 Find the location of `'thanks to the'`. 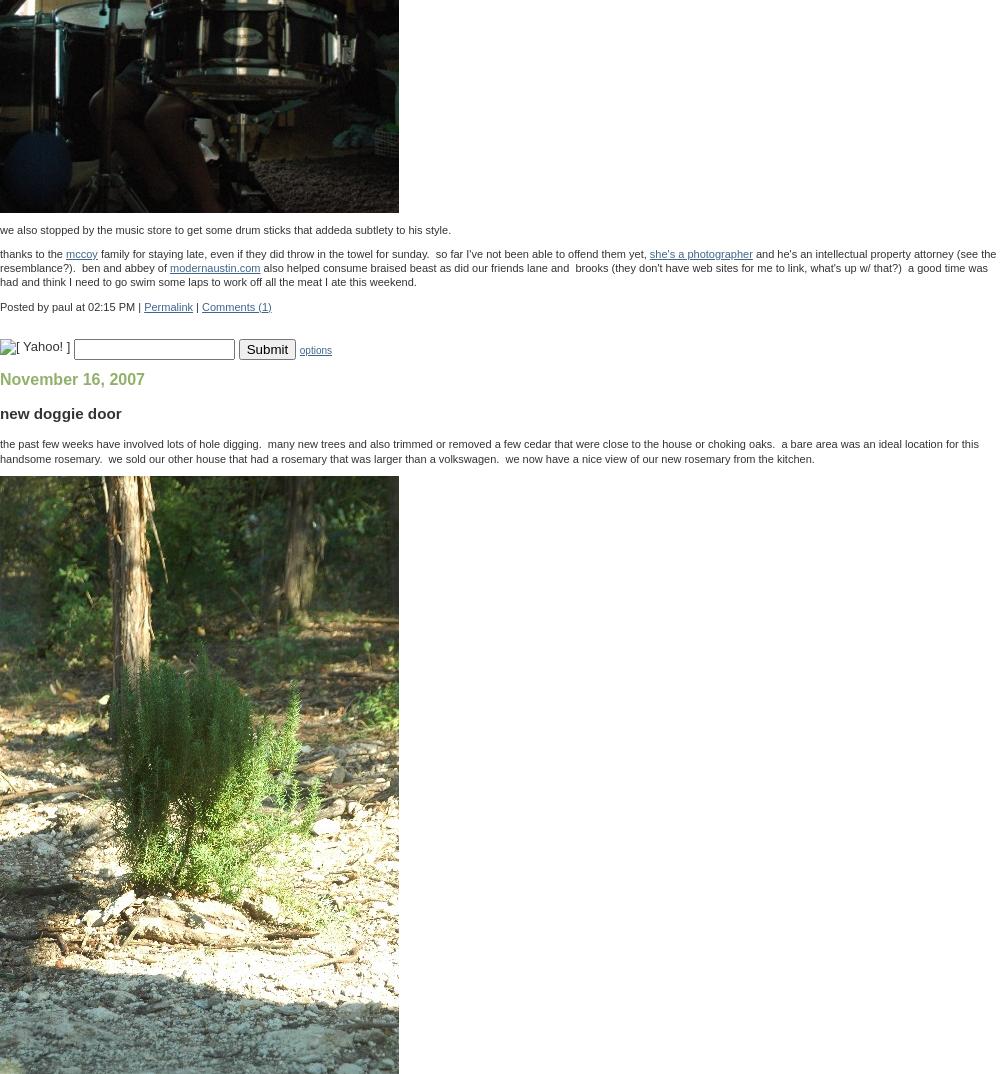

'thanks to the' is located at coordinates (33, 252).